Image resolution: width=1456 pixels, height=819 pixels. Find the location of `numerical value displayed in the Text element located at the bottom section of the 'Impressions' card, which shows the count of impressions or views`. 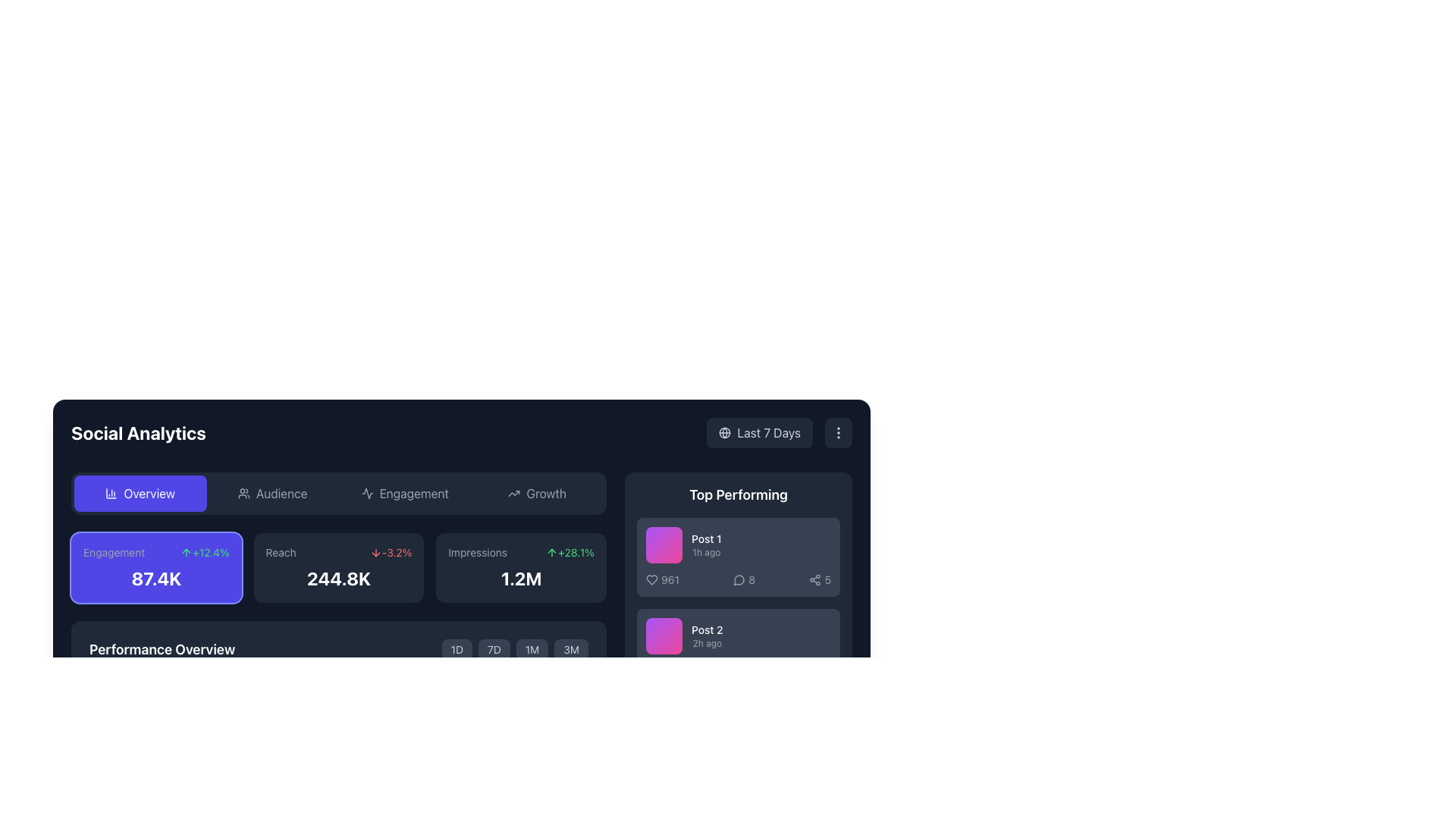

numerical value displayed in the Text element located at the bottom section of the 'Impressions' card, which shows the count of impressions or views is located at coordinates (521, 579).